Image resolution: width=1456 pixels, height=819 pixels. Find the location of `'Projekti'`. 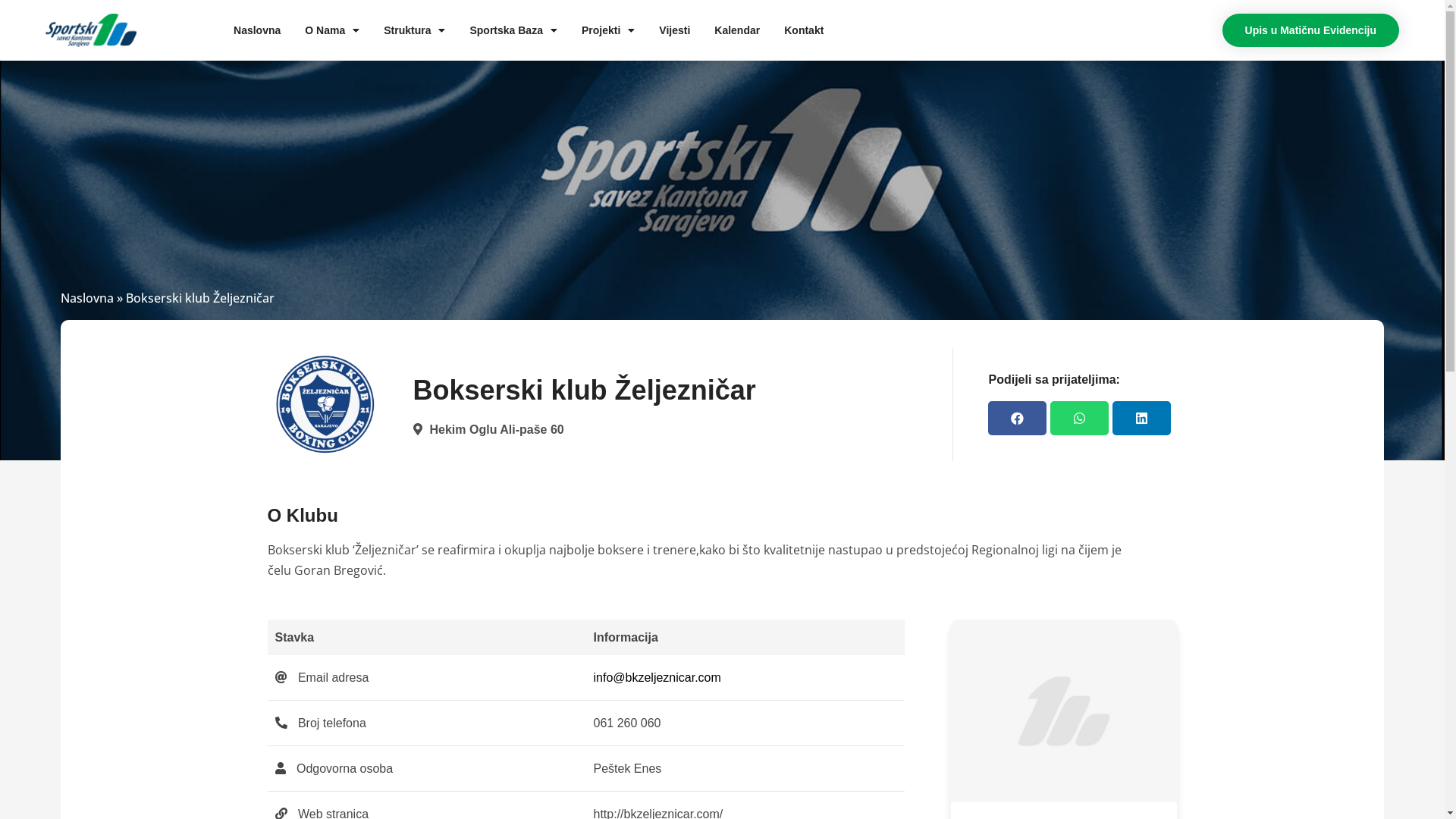

'Projekti' is located at coordinates (607, 30).